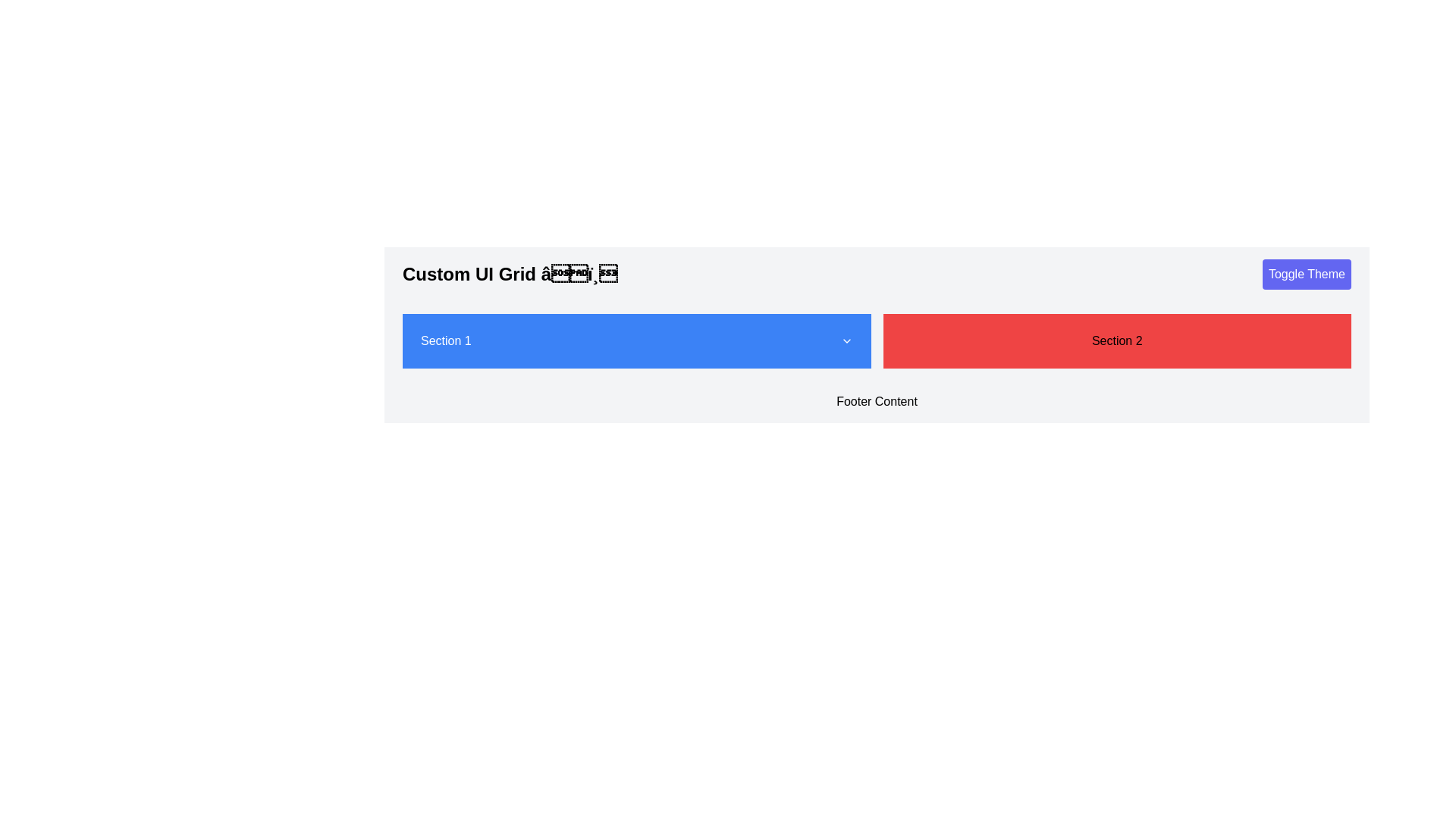 This screenshot has width=1456, height=819. I want to click on the sun symbol (☀️) icon next to the text 'Custom UI Grid' located in the top-left section of the user interface, so click(578, 274).